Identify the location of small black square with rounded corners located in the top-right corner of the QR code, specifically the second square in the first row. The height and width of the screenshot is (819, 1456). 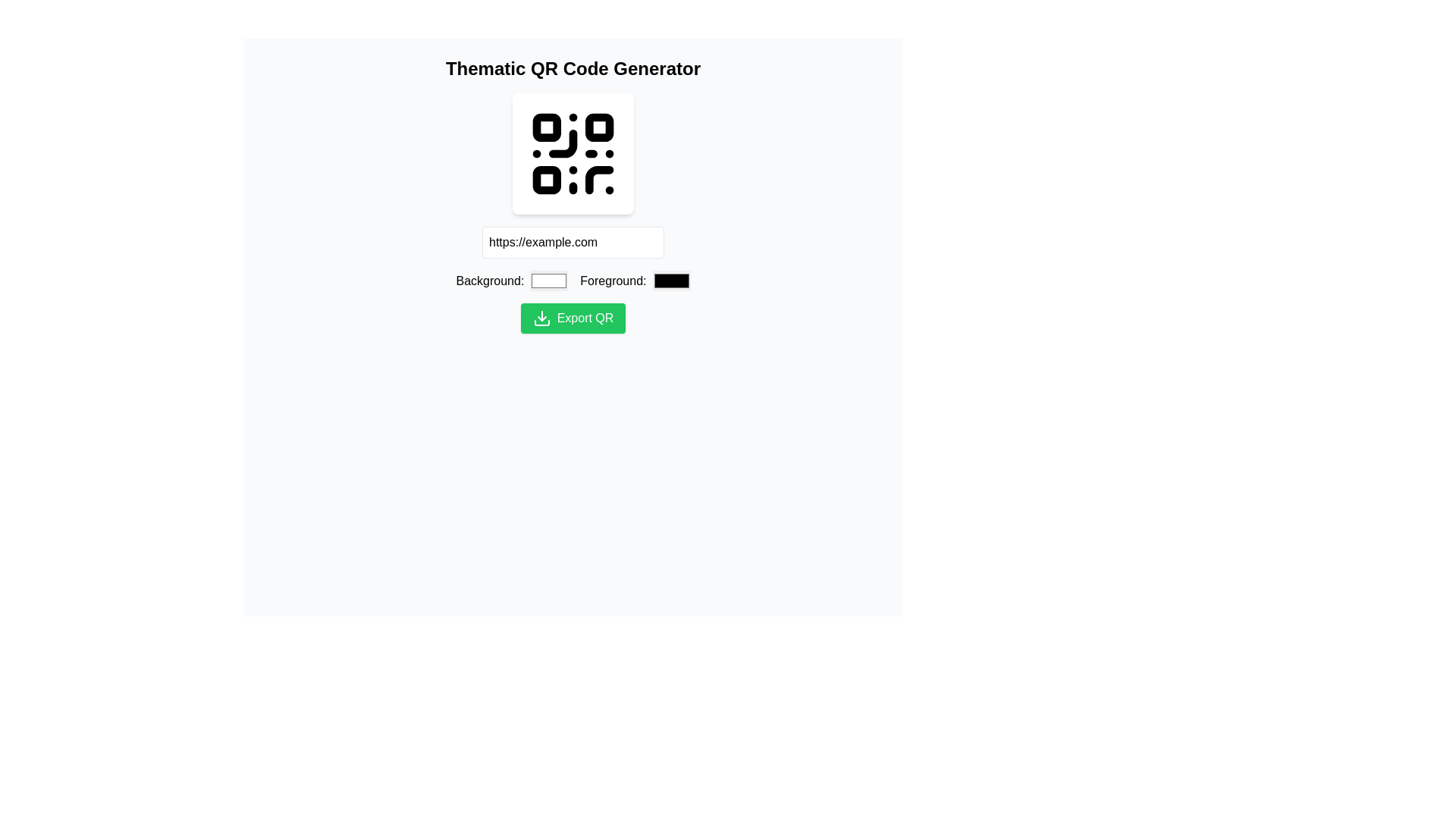
(598, 127).